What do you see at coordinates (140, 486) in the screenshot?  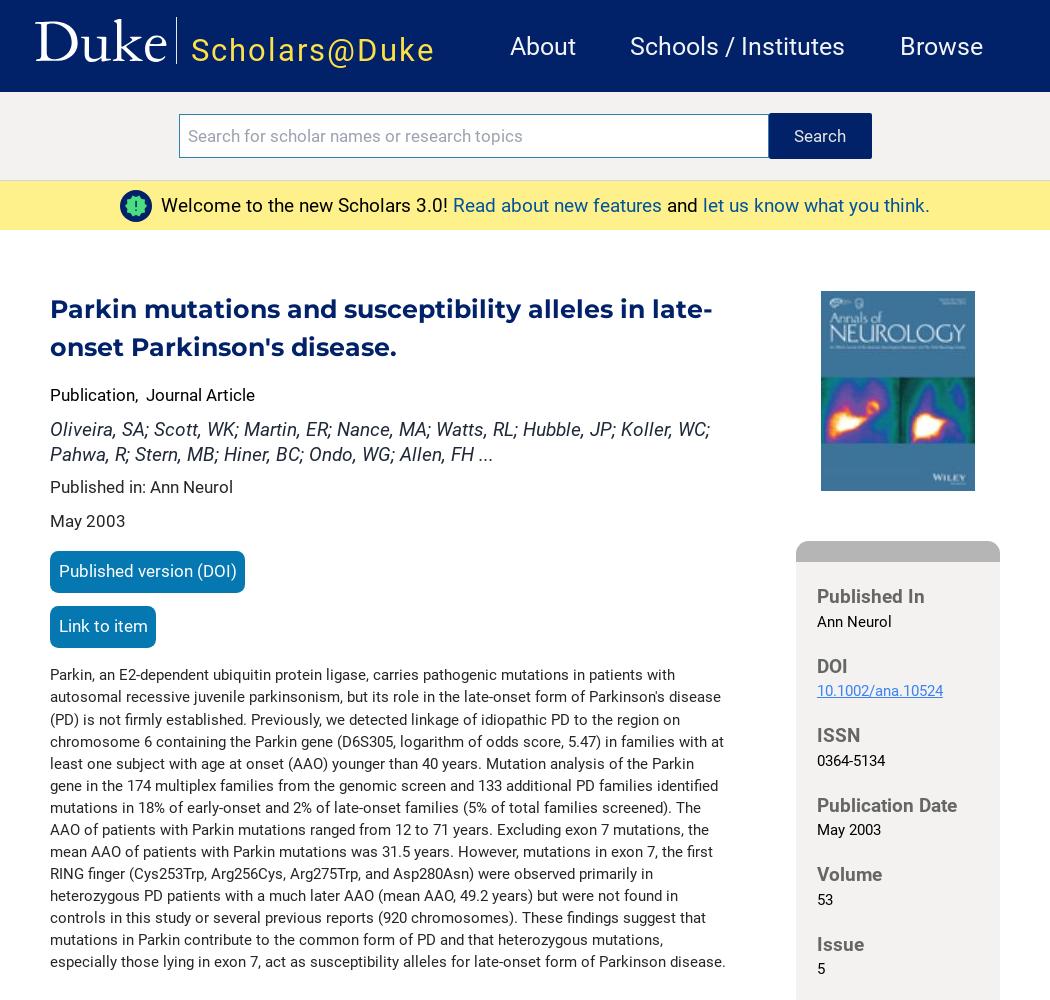 I see `'Published in: Ann Neurol'` at bounding box center [140, 486].